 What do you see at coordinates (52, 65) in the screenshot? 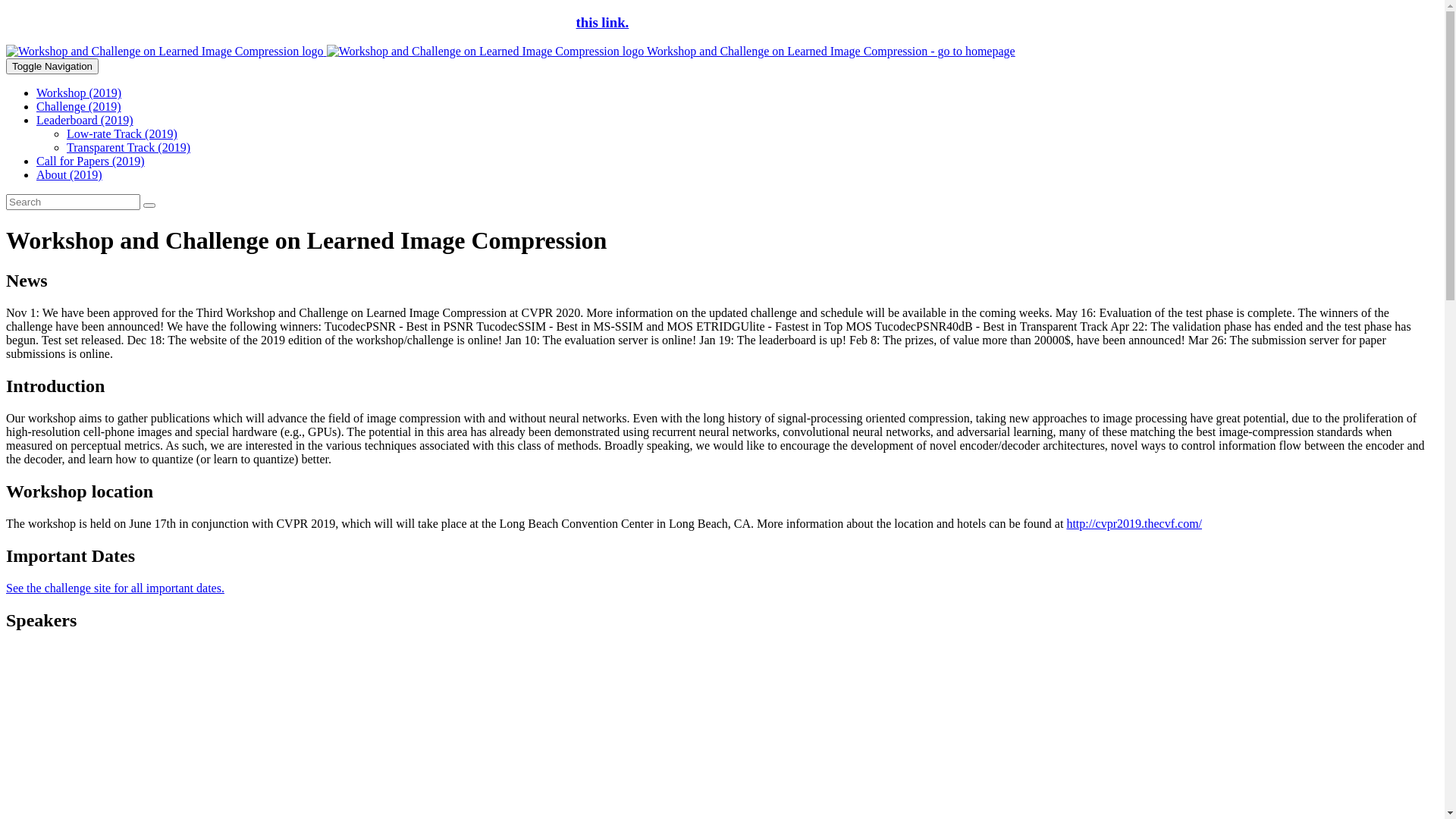
I see `'Toggle Navigation'` at bounding box center [52, 65].